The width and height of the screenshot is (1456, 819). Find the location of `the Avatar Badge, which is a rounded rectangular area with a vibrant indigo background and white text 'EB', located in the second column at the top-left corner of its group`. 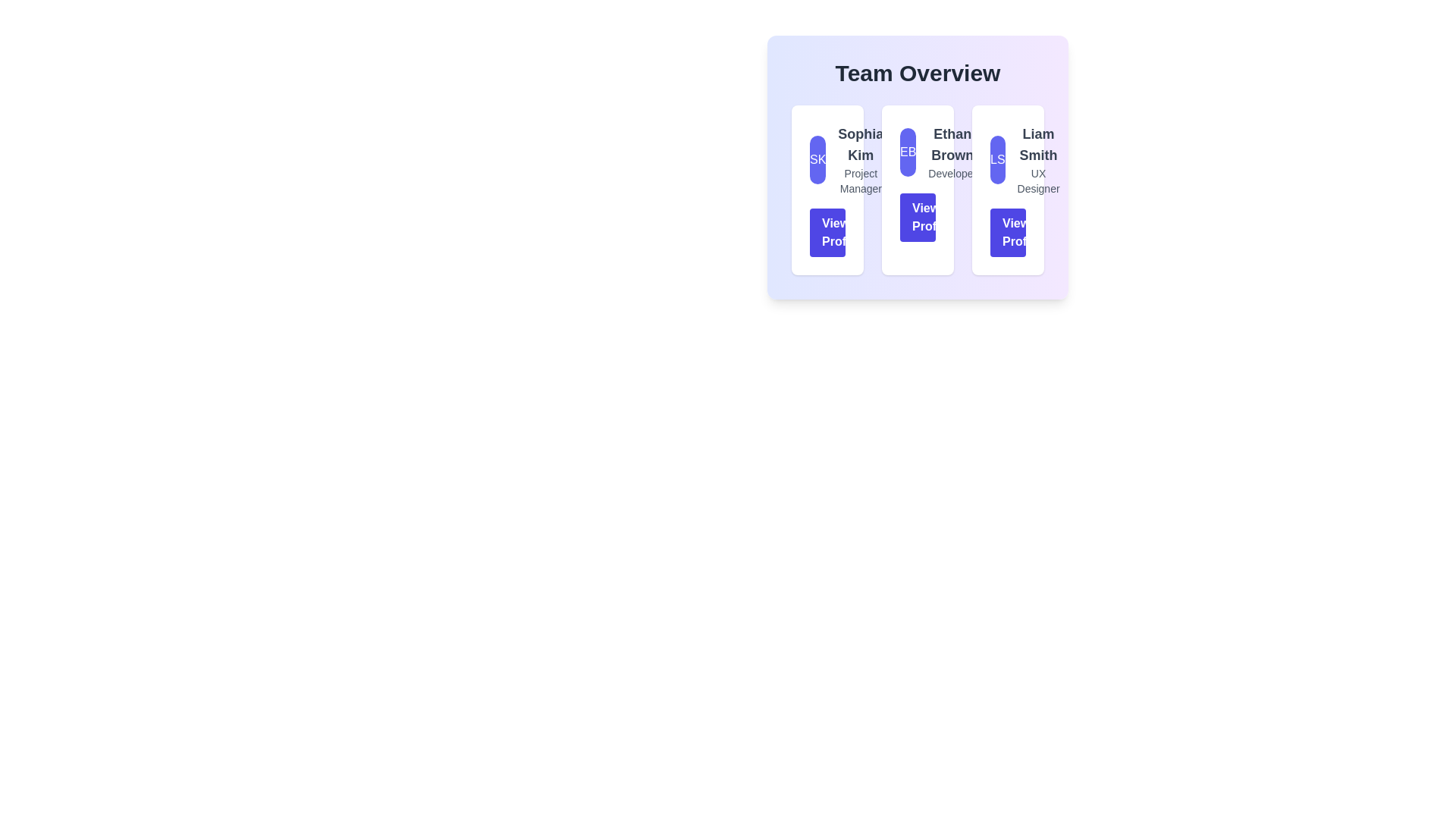

the Avatar Badge, which is a rounded rectangular area with a vibrant indigo background and white text 'EB', located in the second column at the top-left corner of its group is located at coordinates (917, 152).